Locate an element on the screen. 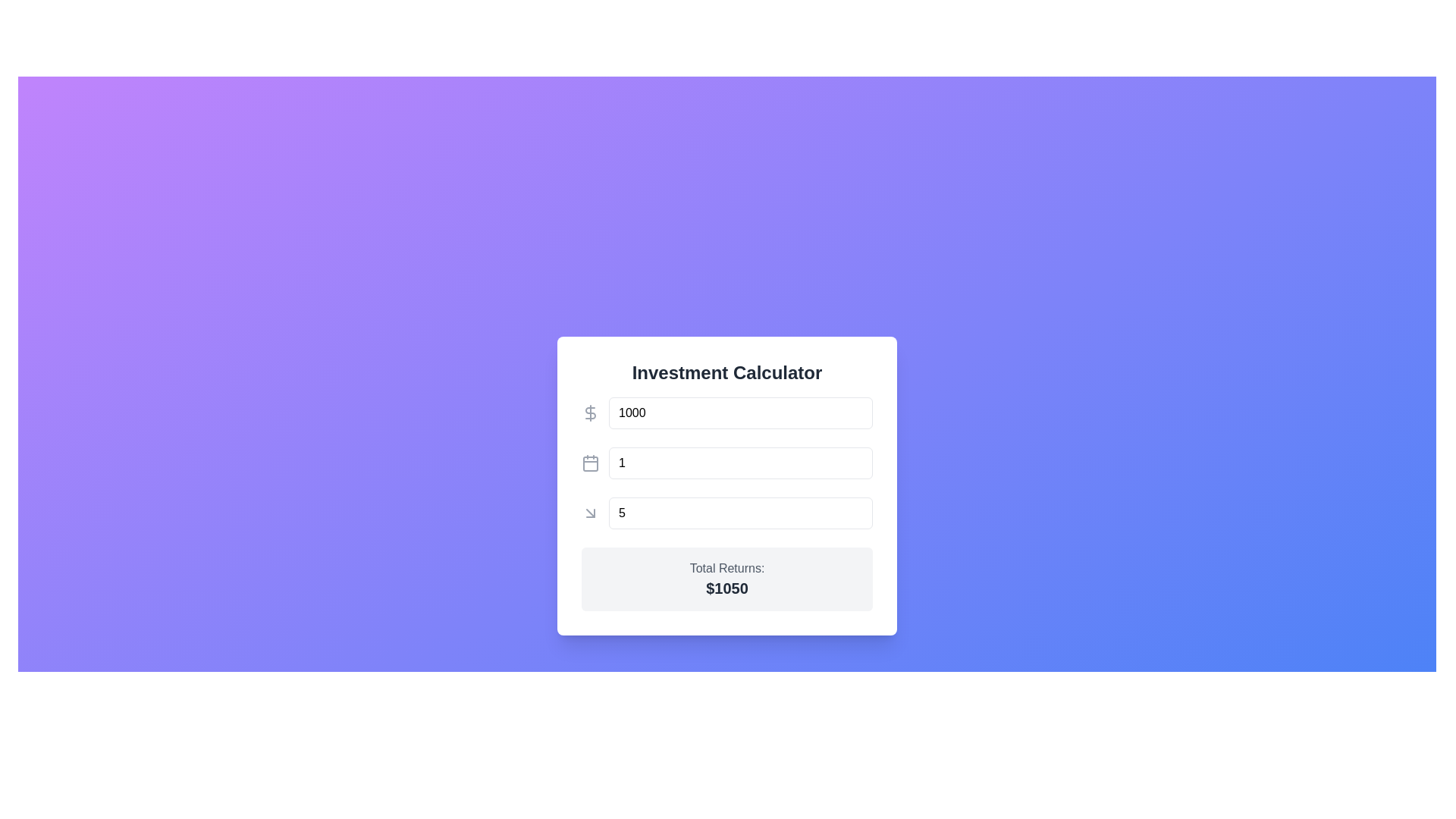 This screenshot has width=1456, height=819. the gray dollar sign icon located on the left side of the input field labeled '1000' is located at coordinates (589, 413).